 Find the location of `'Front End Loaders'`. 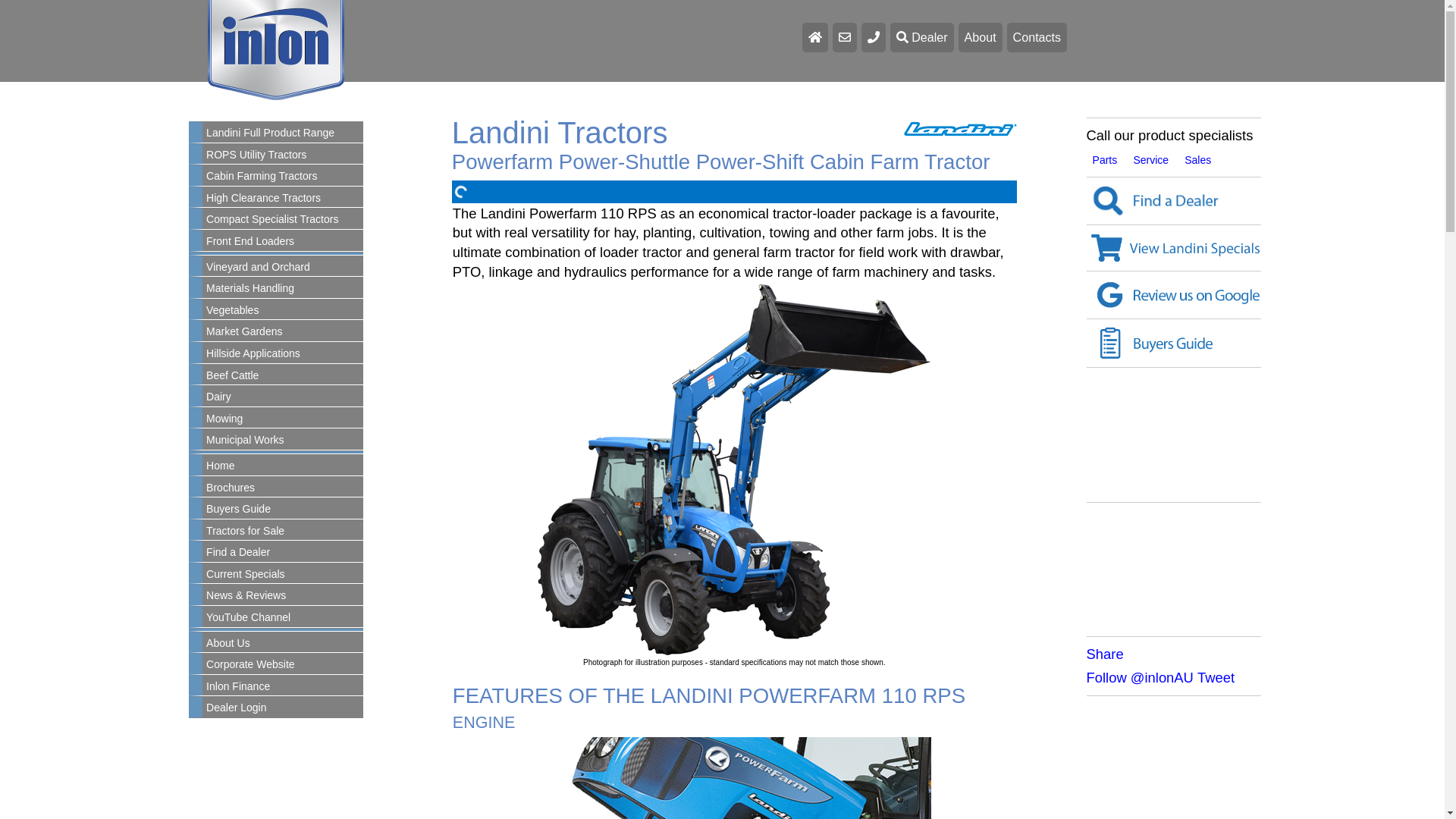

'Front End Loaders' is located at coordinates (283, 241).